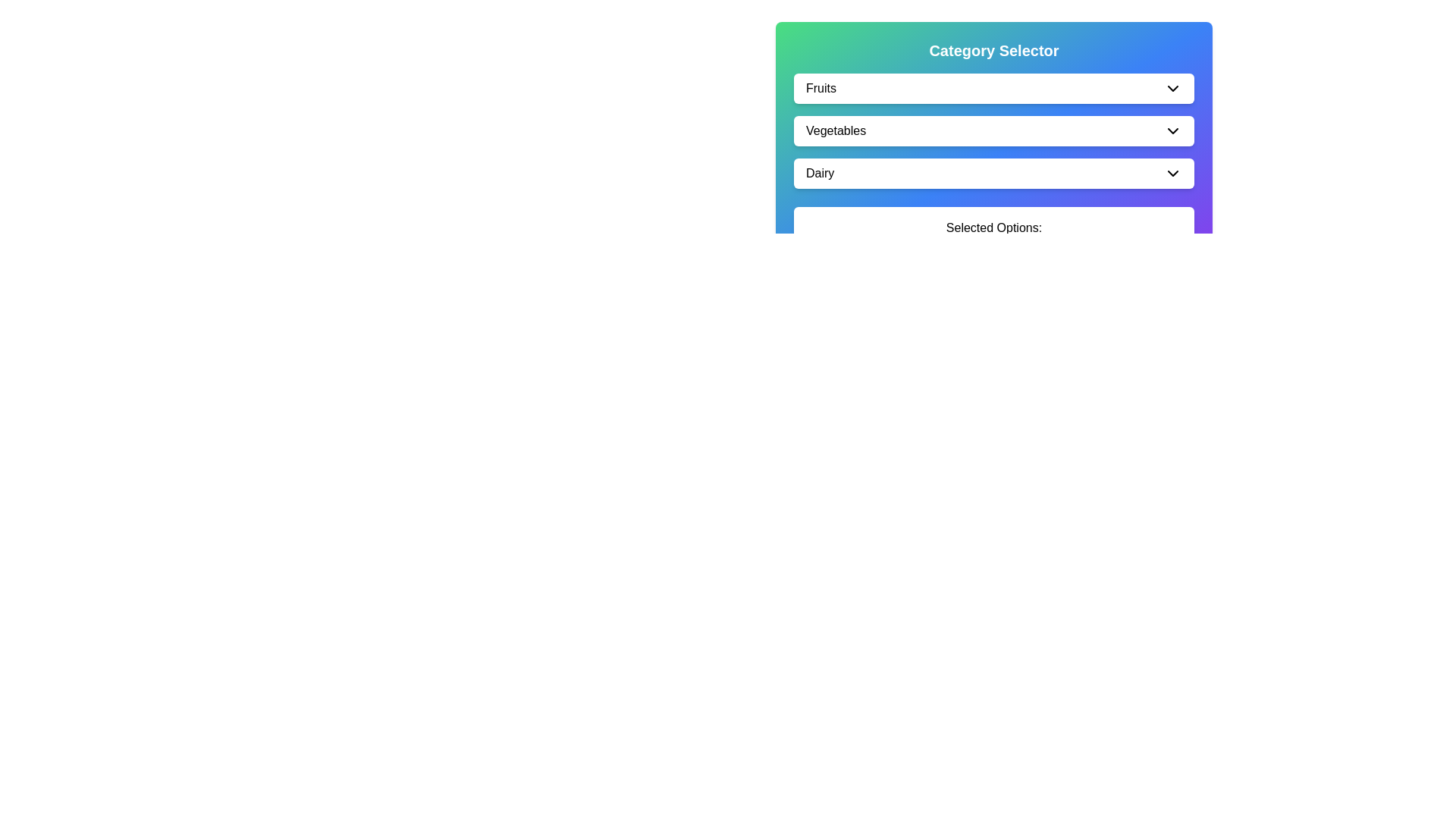  What do you see at coordinates (993, 49) in the screenshot?
I see `the text heading 'Category Selector' which is styled with a bold, large font and positioned at the top of the content area within a gradient-colored background` at bounding box center [993, 49].